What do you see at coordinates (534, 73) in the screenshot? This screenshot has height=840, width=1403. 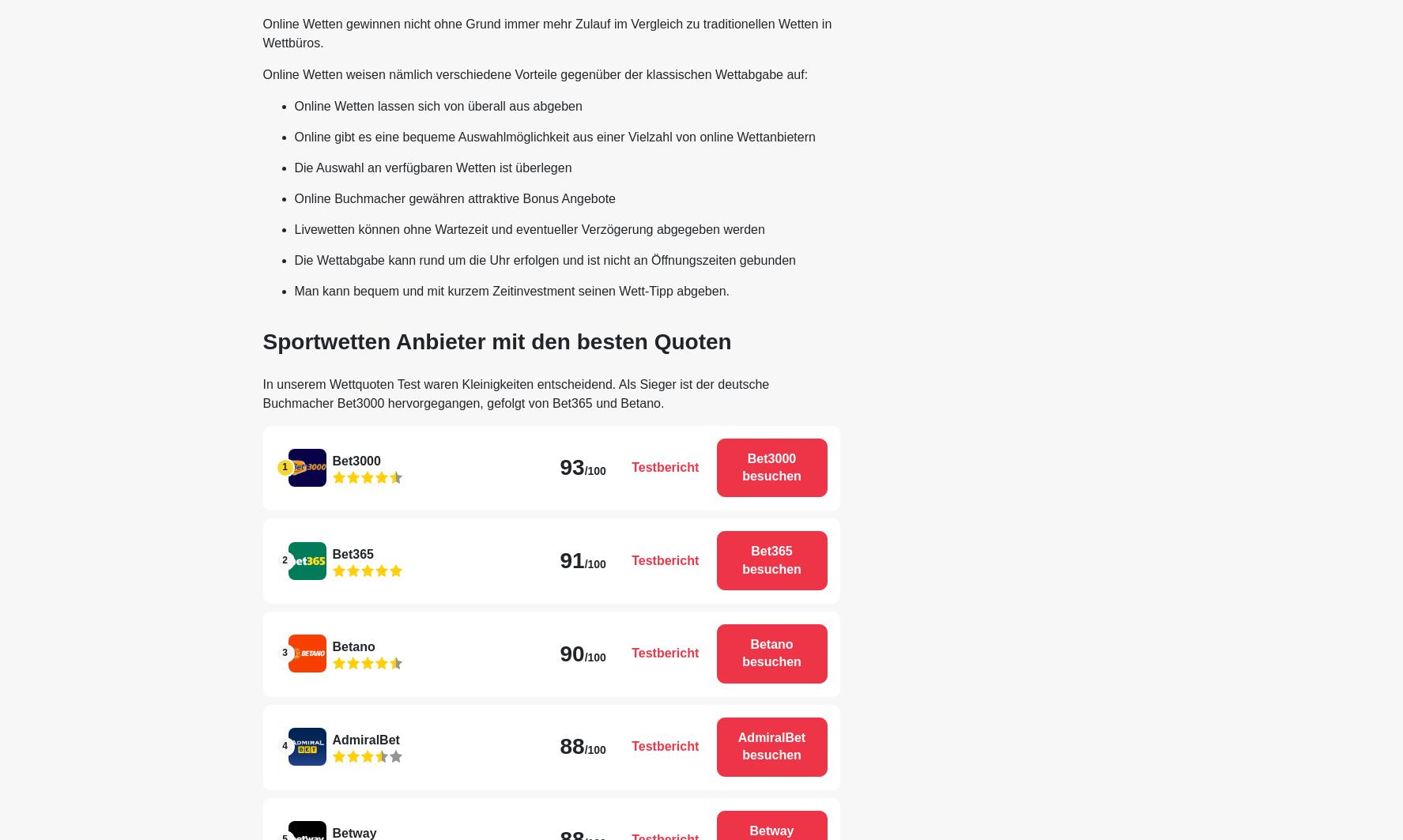 I see `'Online Wetten weisen nämlich verschiedene Vorteile gegenüber der klassischen Wettabgabe auf:'` at bounding box center [534, 73].